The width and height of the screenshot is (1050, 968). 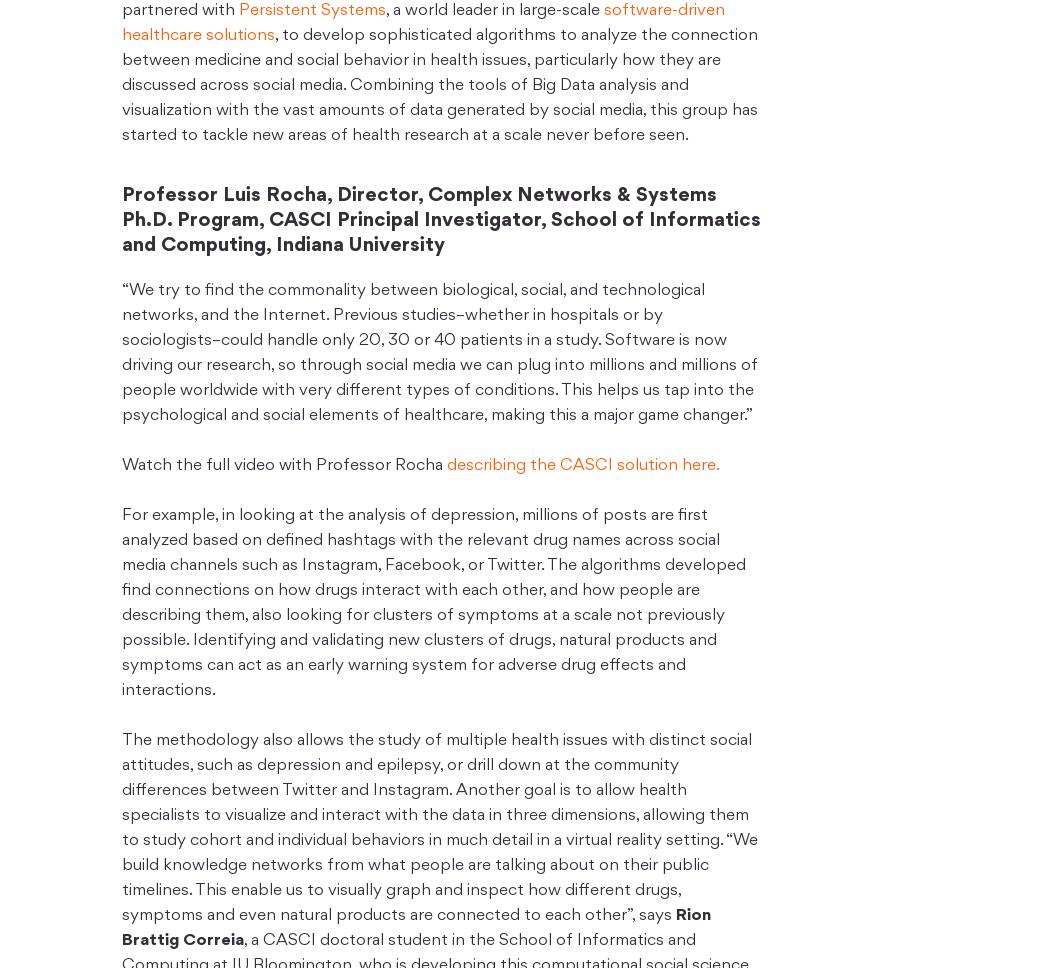 I want to click on 'For example, in looking at the analysis of depression, millions of posts are first analyzed based on defined hashtags with the relevant drug names across social media channels such as Instagram, Facebook, or Twitter. The algorithms developed find connections on how drugs interact with each other, and how people are describing them, also looking for clusters of symptoms at a scale not previously possible. Identifying and validating new clusters of drugs, natural products and symptoms can act as an early warning system for adverse drug effects and interactions.', so click(x=432, y=603).